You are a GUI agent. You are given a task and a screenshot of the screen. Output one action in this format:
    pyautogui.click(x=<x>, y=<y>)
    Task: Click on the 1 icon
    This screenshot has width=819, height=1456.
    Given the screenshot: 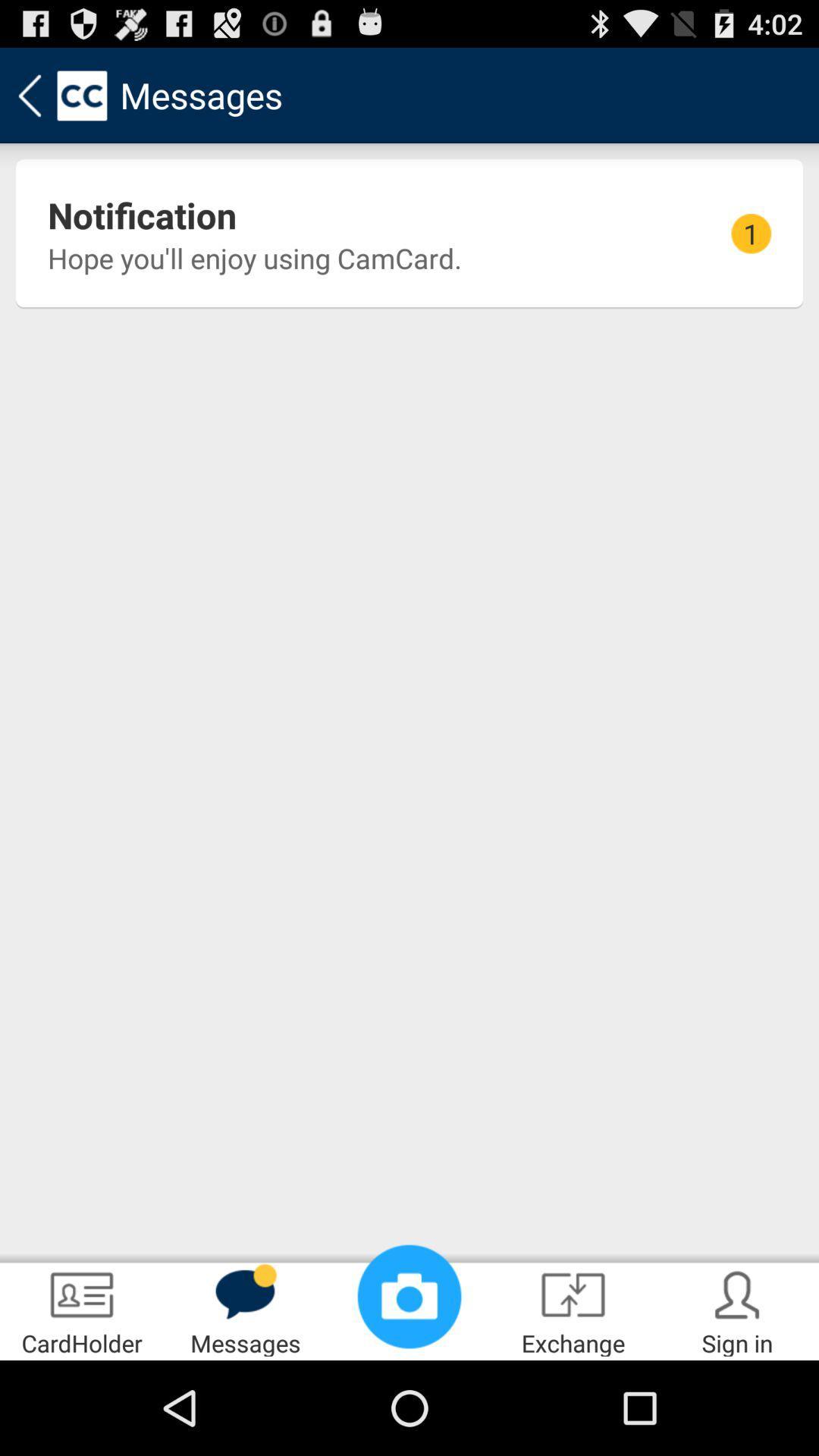 What is the action you would take?
    pyautogui.click(x=751, y=233)
    